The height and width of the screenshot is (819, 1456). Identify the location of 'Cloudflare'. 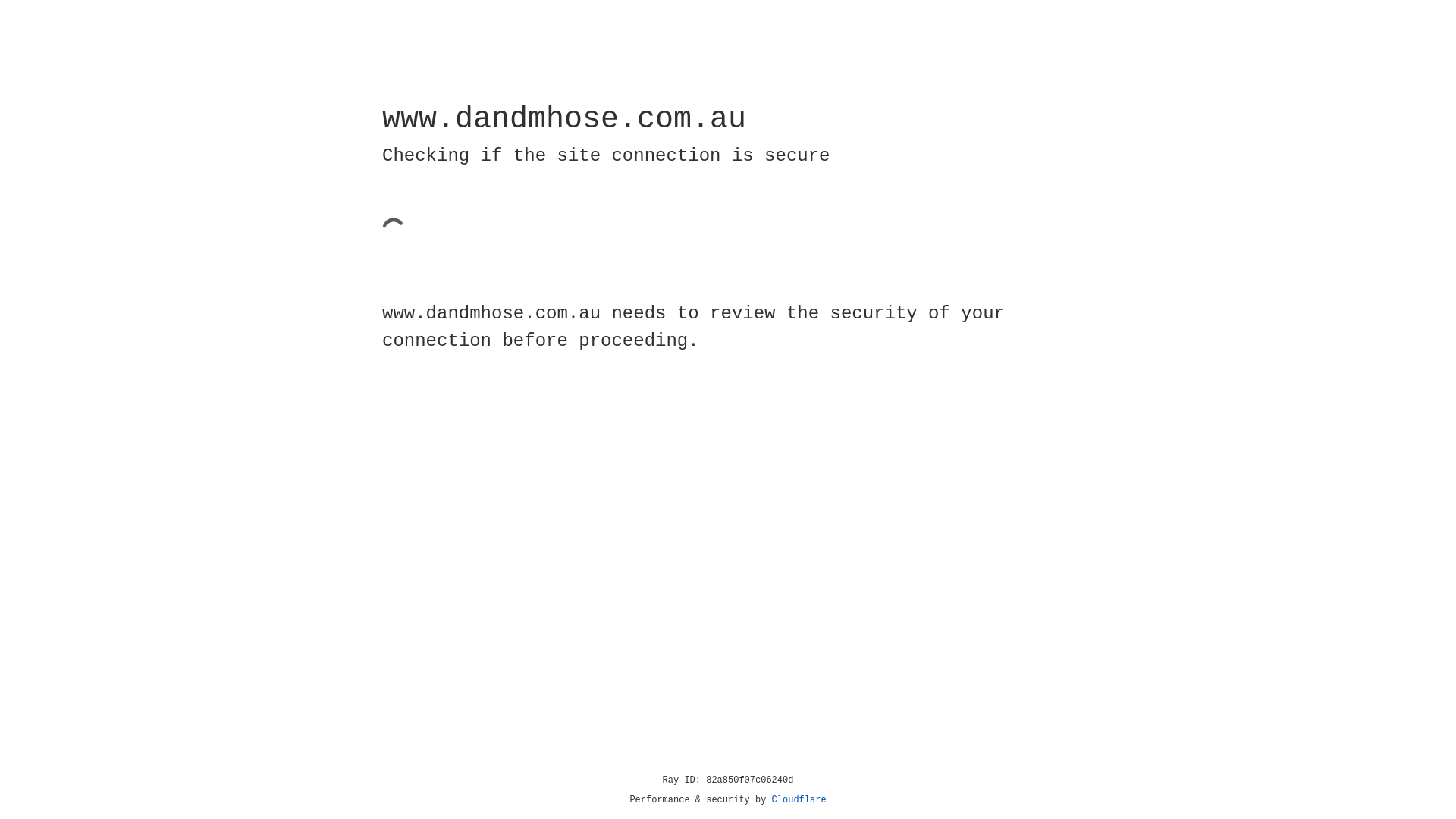
(799, 799).